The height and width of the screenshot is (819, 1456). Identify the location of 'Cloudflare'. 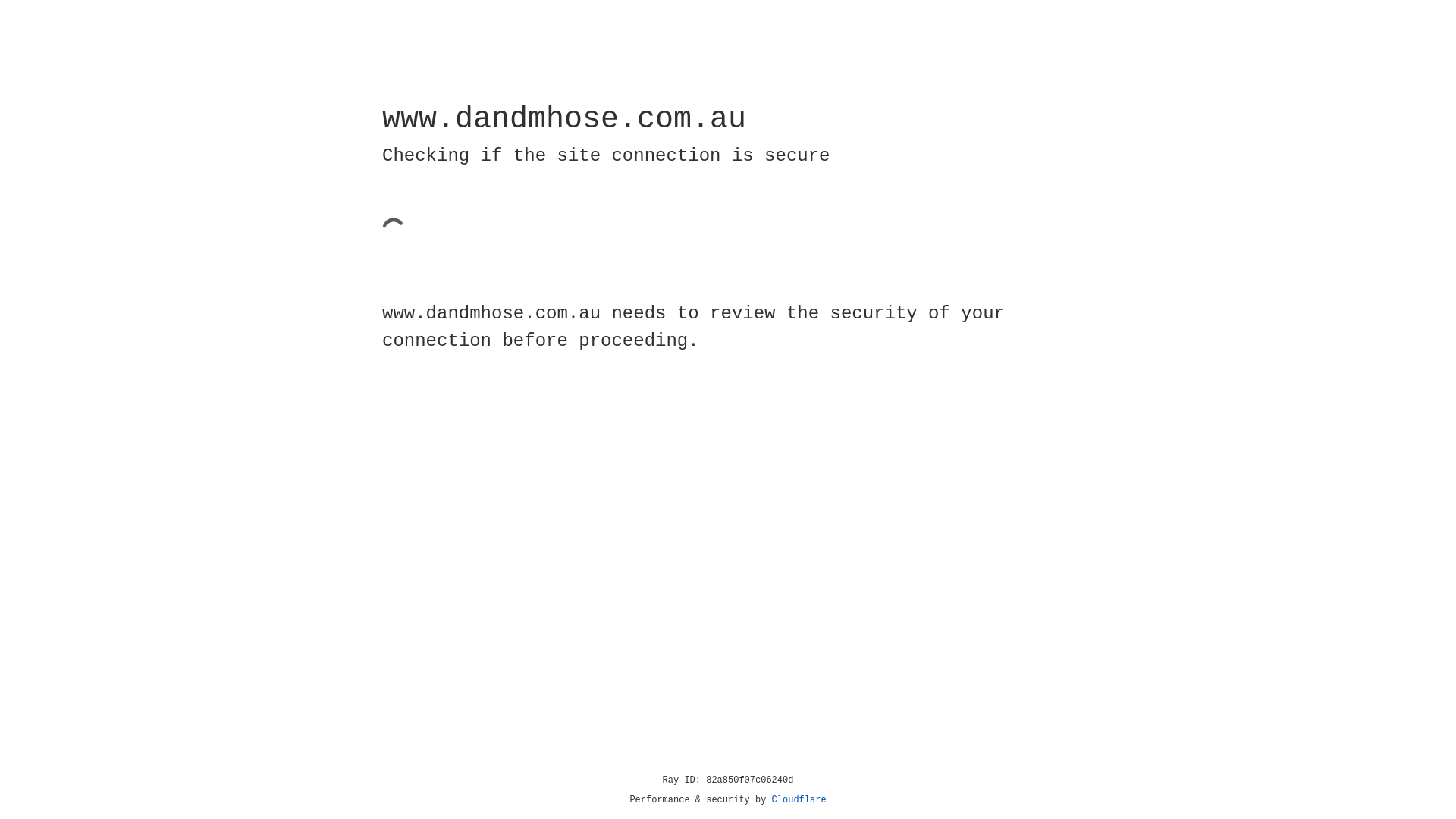
(799, 799).